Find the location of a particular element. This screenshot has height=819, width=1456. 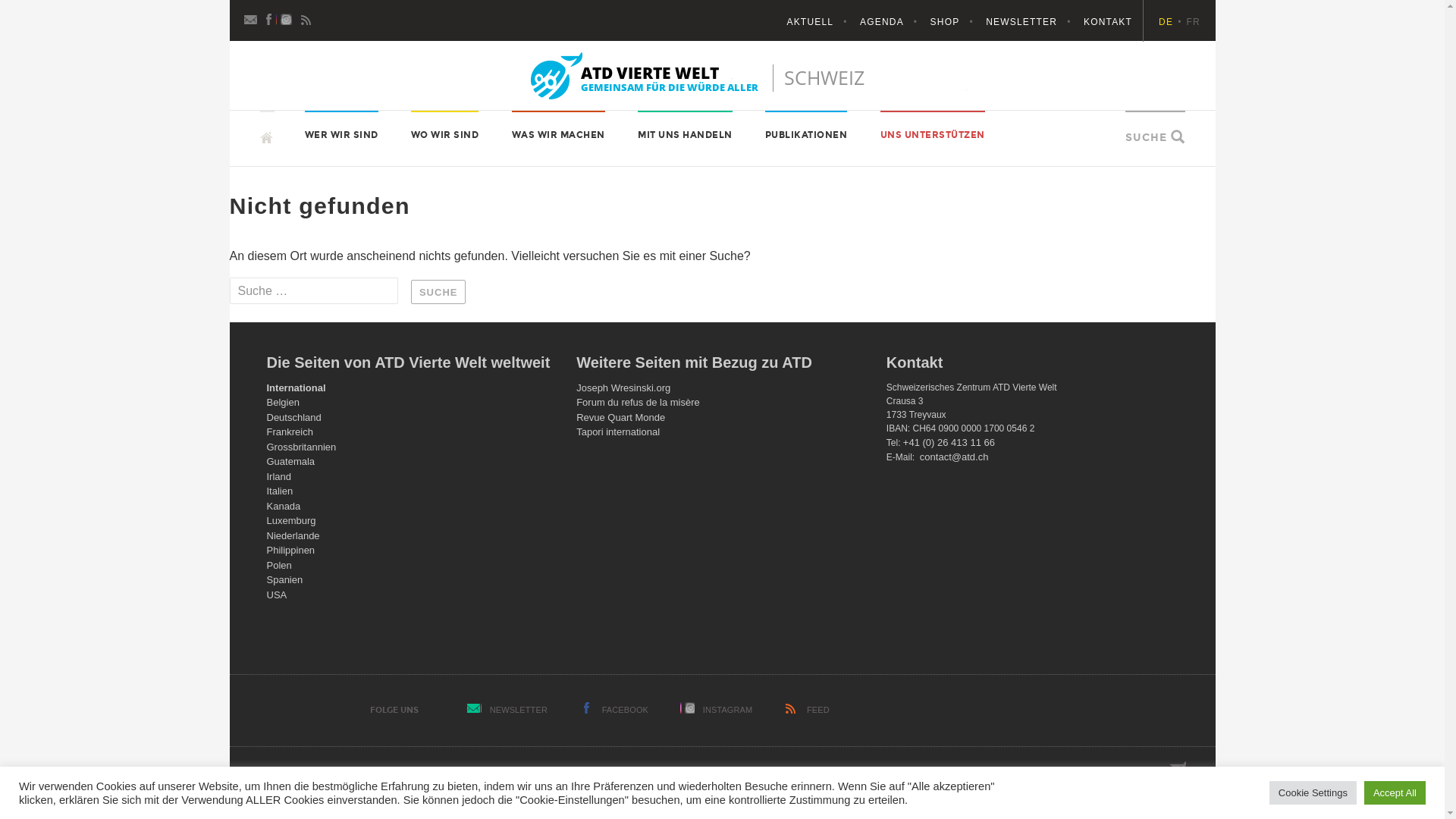

'Italien' is located at coordinates (266, 491).